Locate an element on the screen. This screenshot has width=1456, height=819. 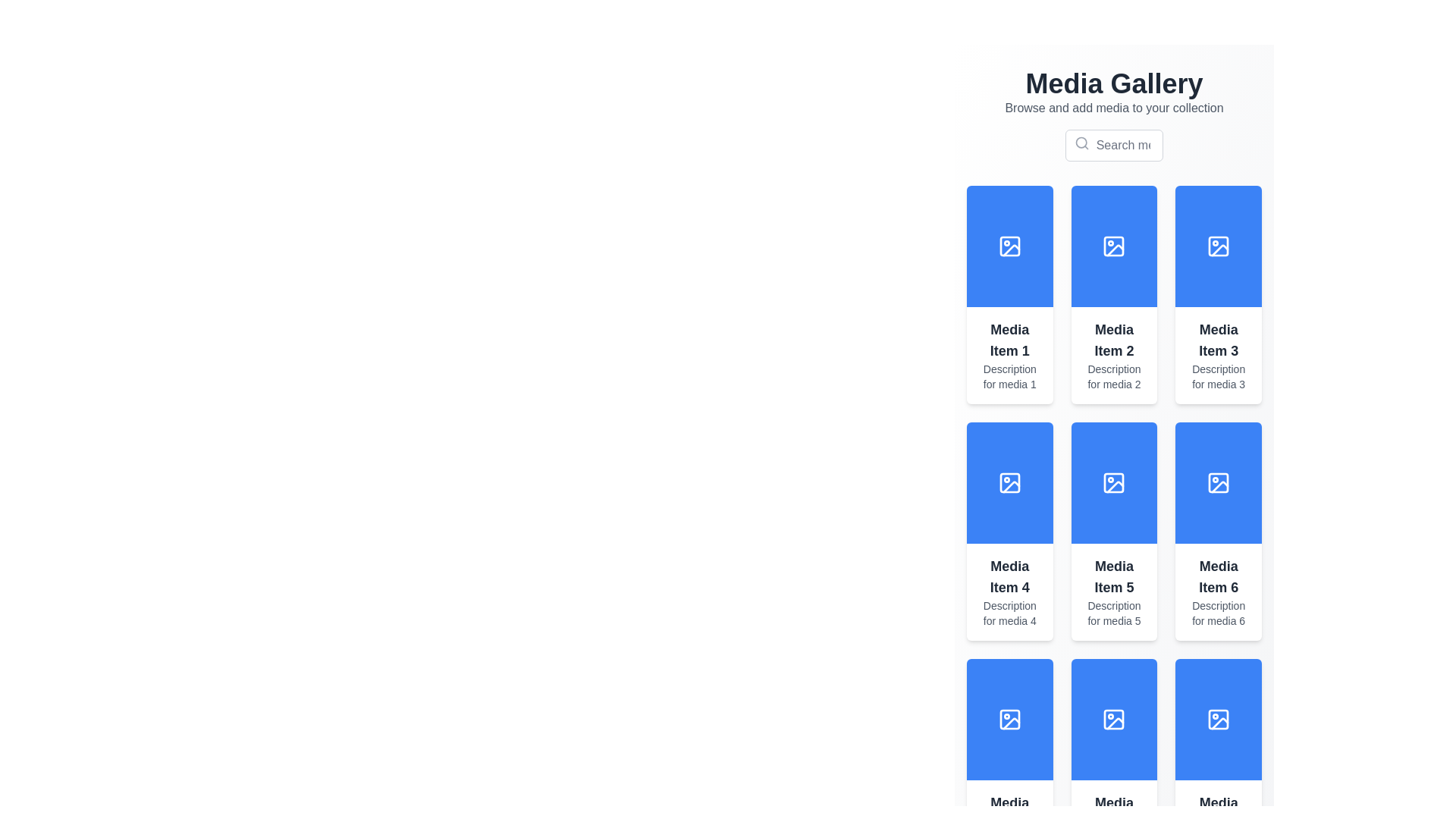
the icon representing pictorial media within the 'Media Item 2' card in the second column of the first row of the gallery interface is located at coordinates (1114, 245).